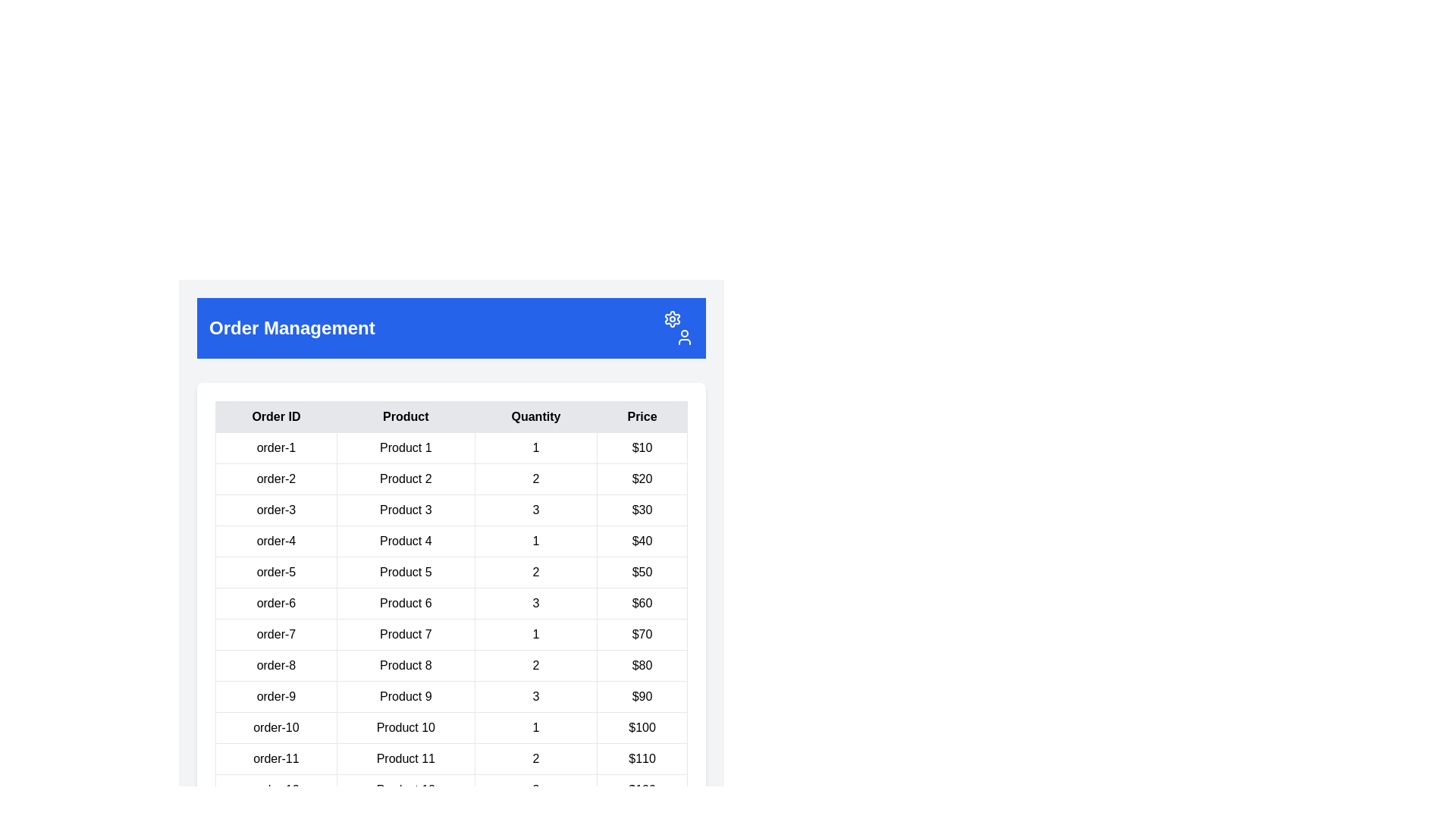  I want to click on the text label displaying 'order-8' in the first column of the row, so click(276, 665).